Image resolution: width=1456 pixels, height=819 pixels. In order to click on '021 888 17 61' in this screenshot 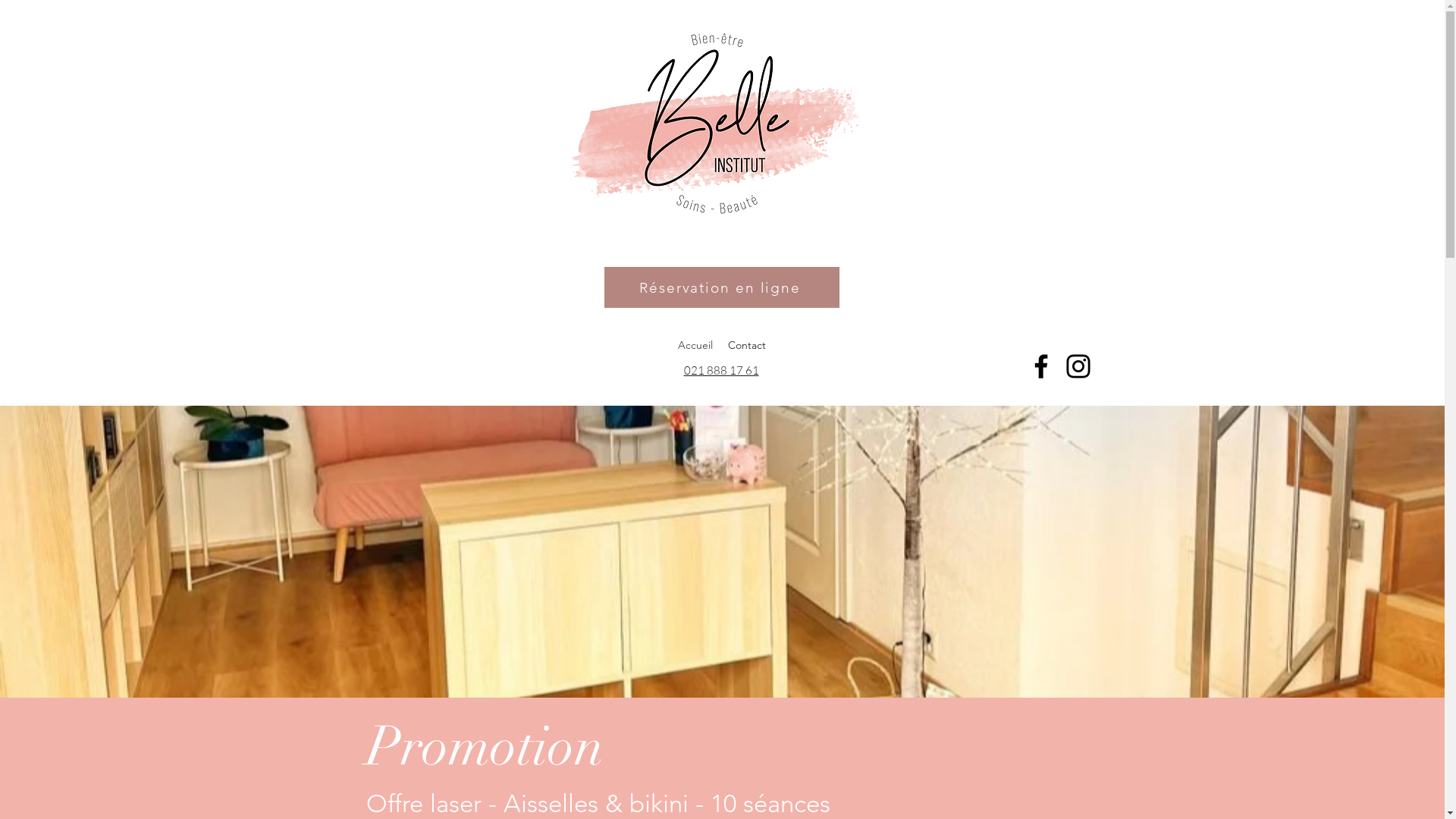, I will do `click(683, 370)`.